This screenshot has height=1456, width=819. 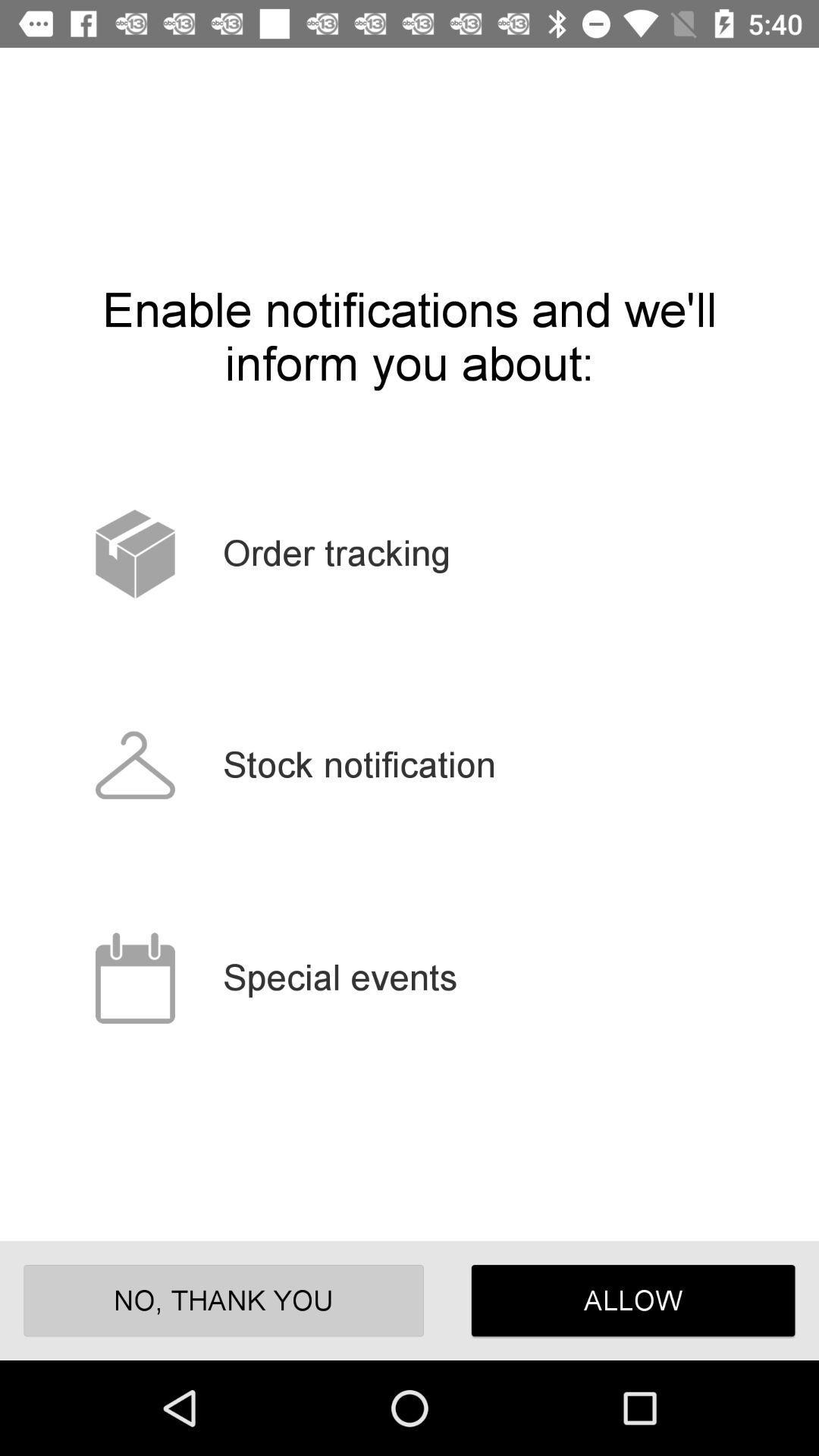 I want to click on icon next to the allow, so click(x=224, y=1300).